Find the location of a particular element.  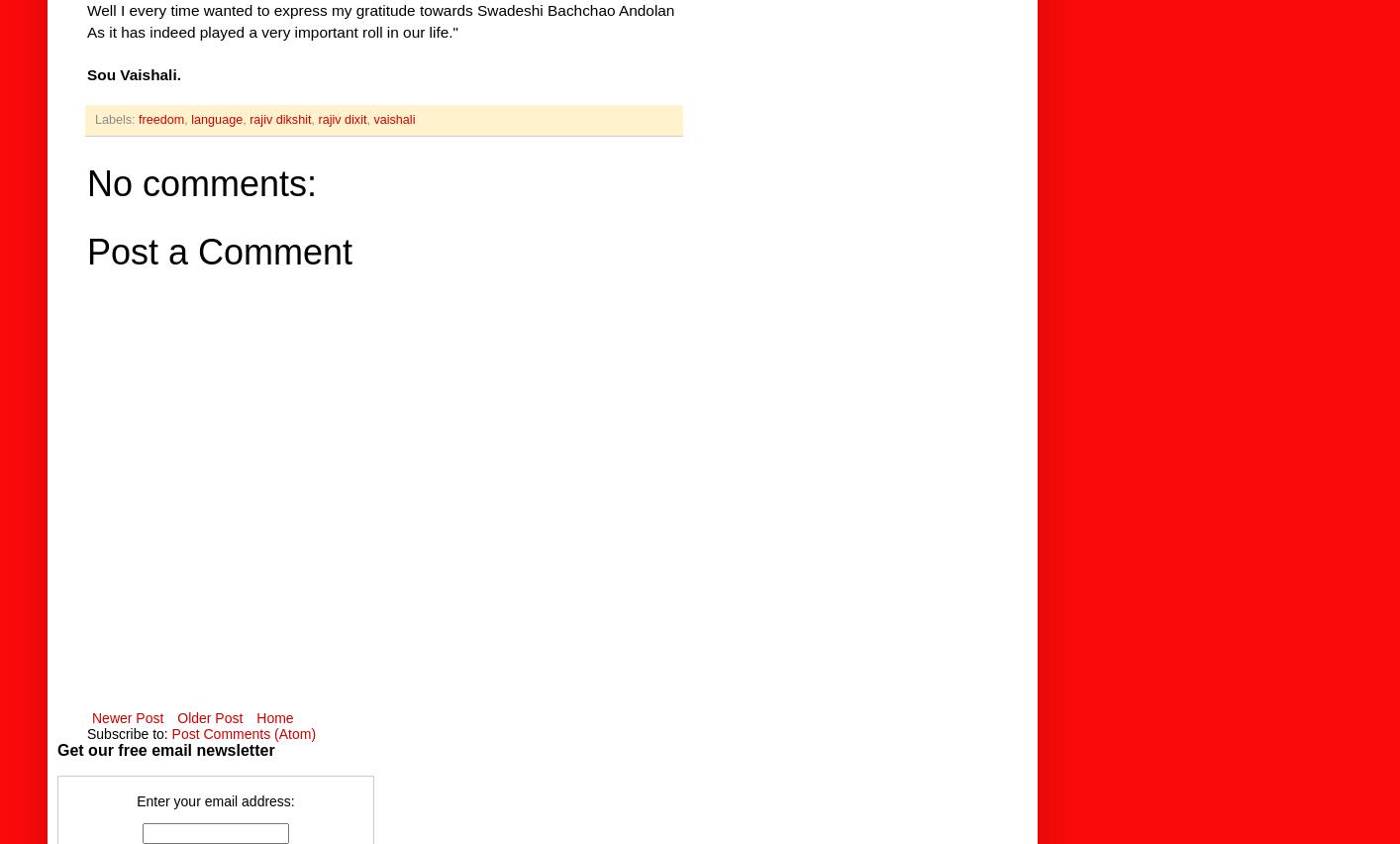

'Labels:' is located at coordinates (116, 119).